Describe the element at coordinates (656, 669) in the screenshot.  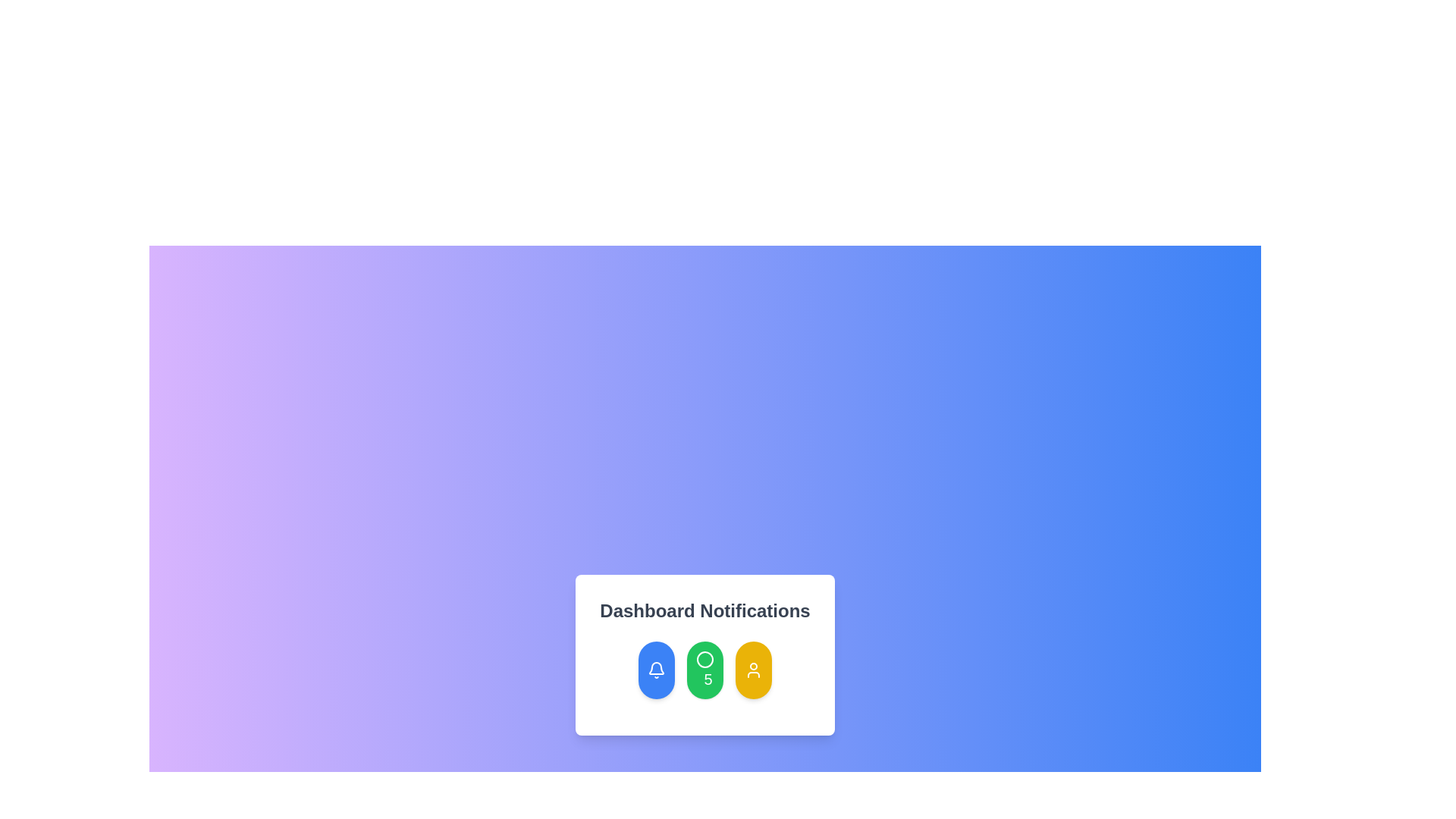
I see `the notification bell icon located in the first button of a horizontal row of three buttons` at that location.